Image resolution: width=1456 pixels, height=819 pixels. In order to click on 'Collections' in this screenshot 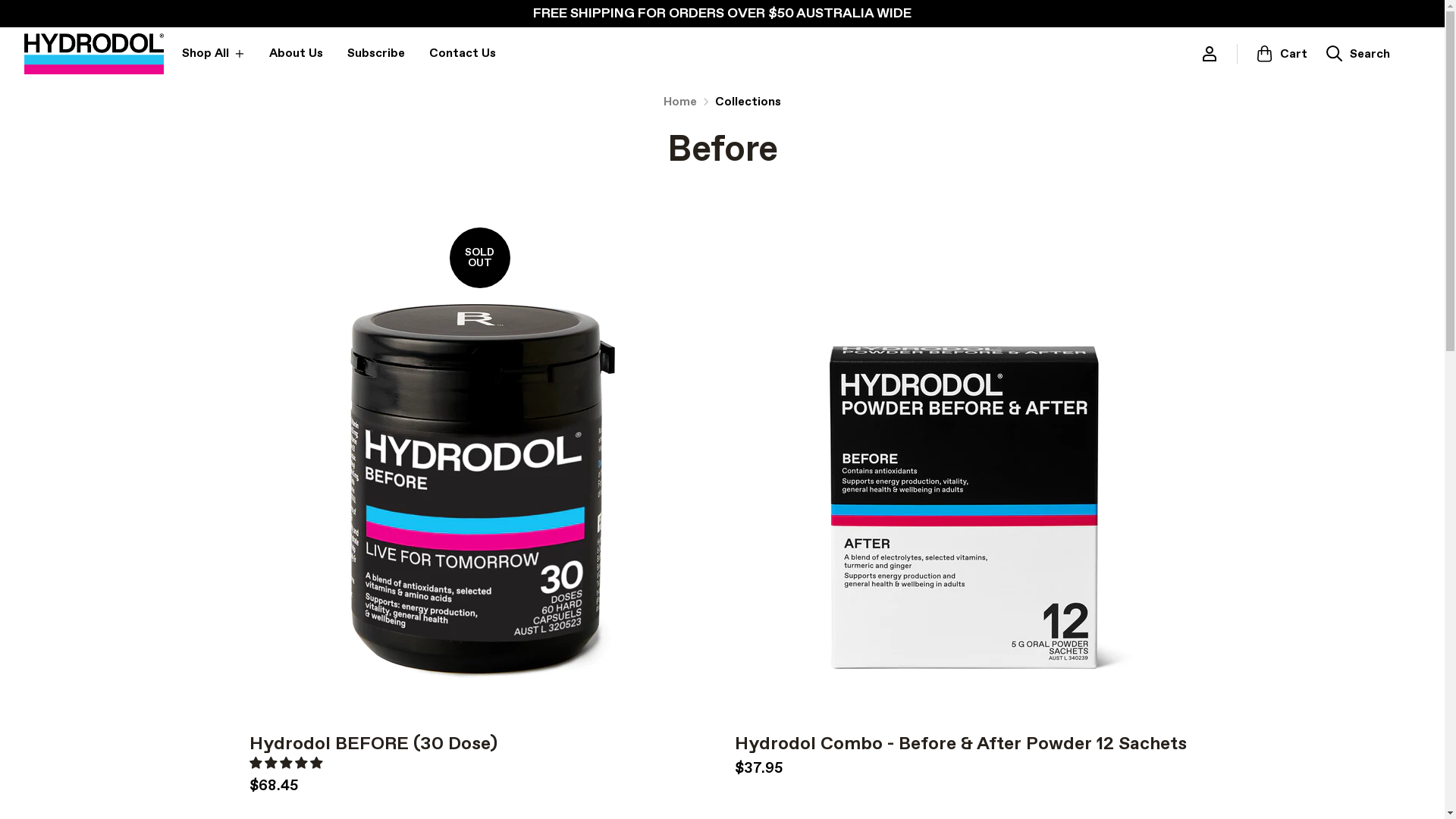, I will do `click(748, 102)`.